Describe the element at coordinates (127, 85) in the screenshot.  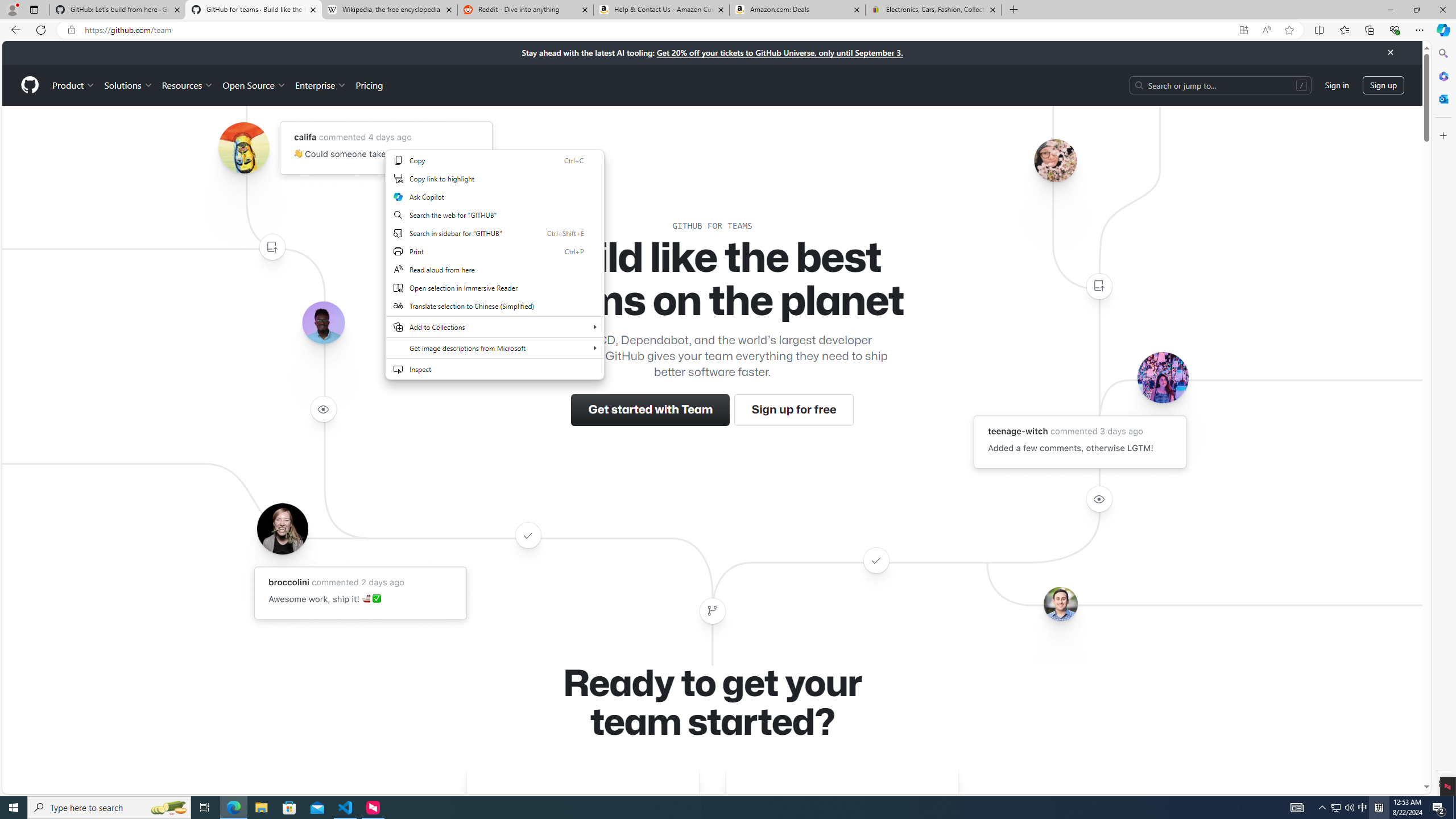
I see `'Solutions'` at that location.